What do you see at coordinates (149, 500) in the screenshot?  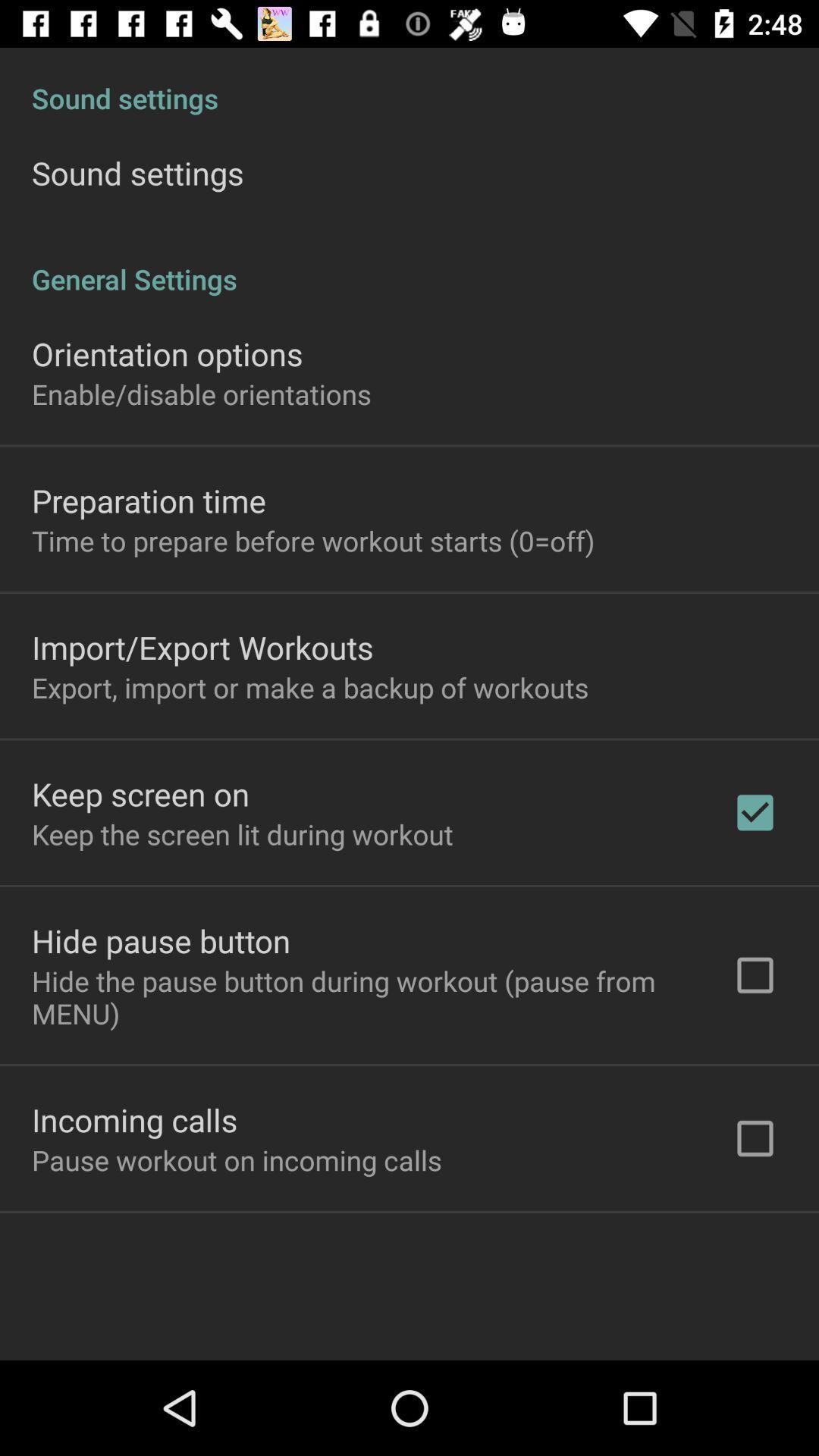 I see `the preparation time item` at bounding box center [149, 500].